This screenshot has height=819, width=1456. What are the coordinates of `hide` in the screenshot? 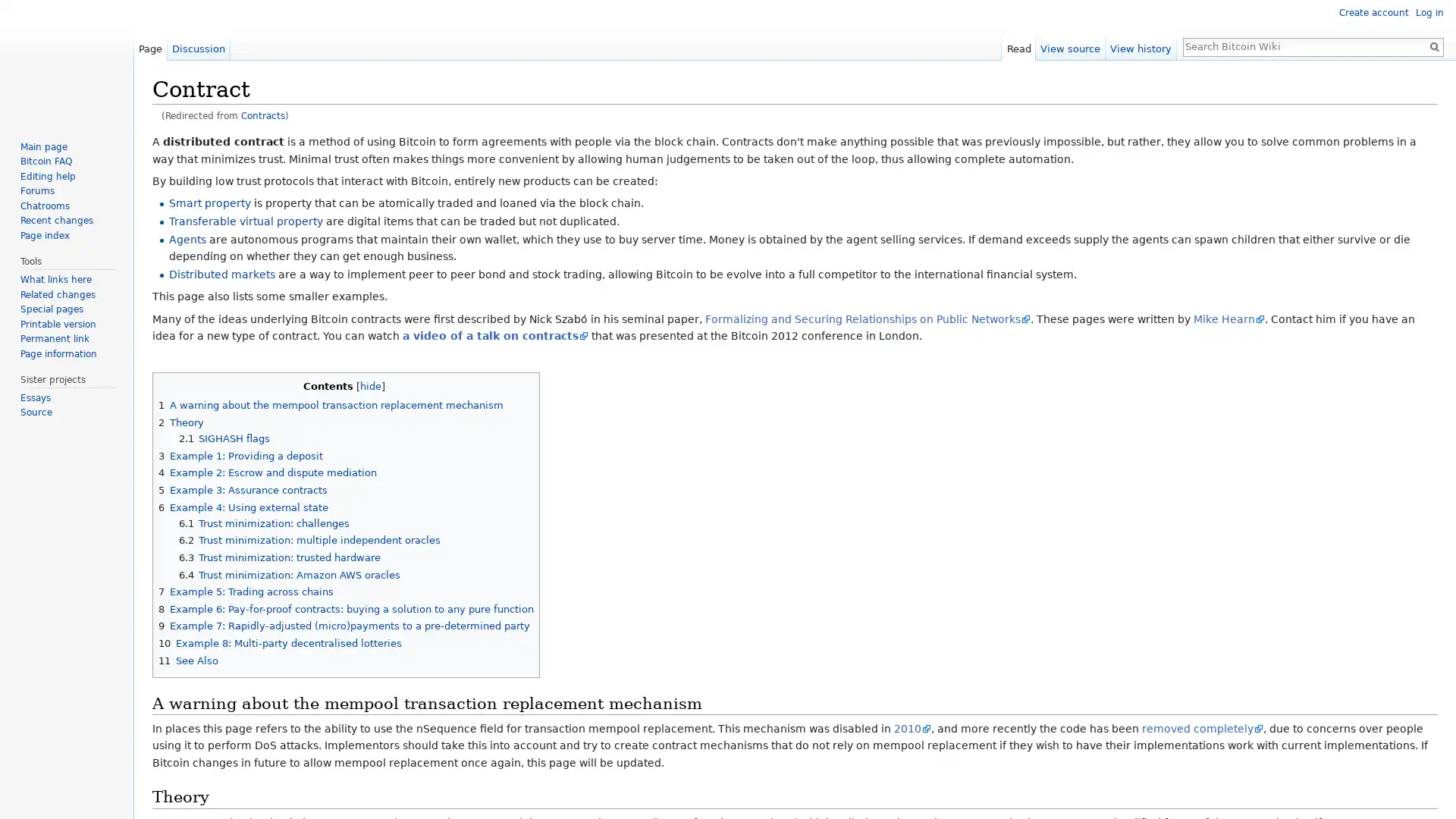 It's located at (371, 385).